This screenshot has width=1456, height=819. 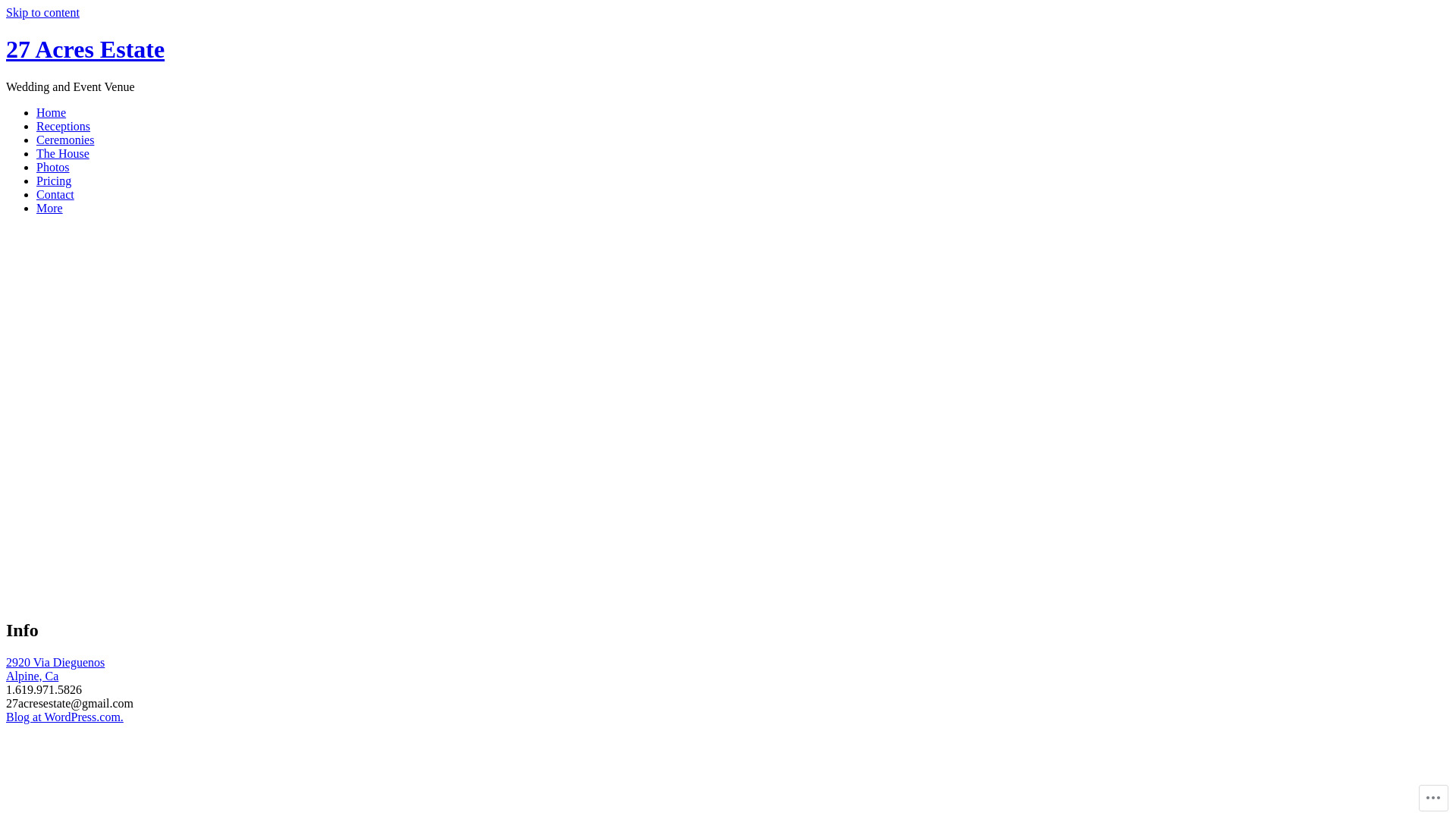 What do you see at coordinates (62, 125) in the screenshot?
I see `'Receptions'` at bounding box center [62, 125].